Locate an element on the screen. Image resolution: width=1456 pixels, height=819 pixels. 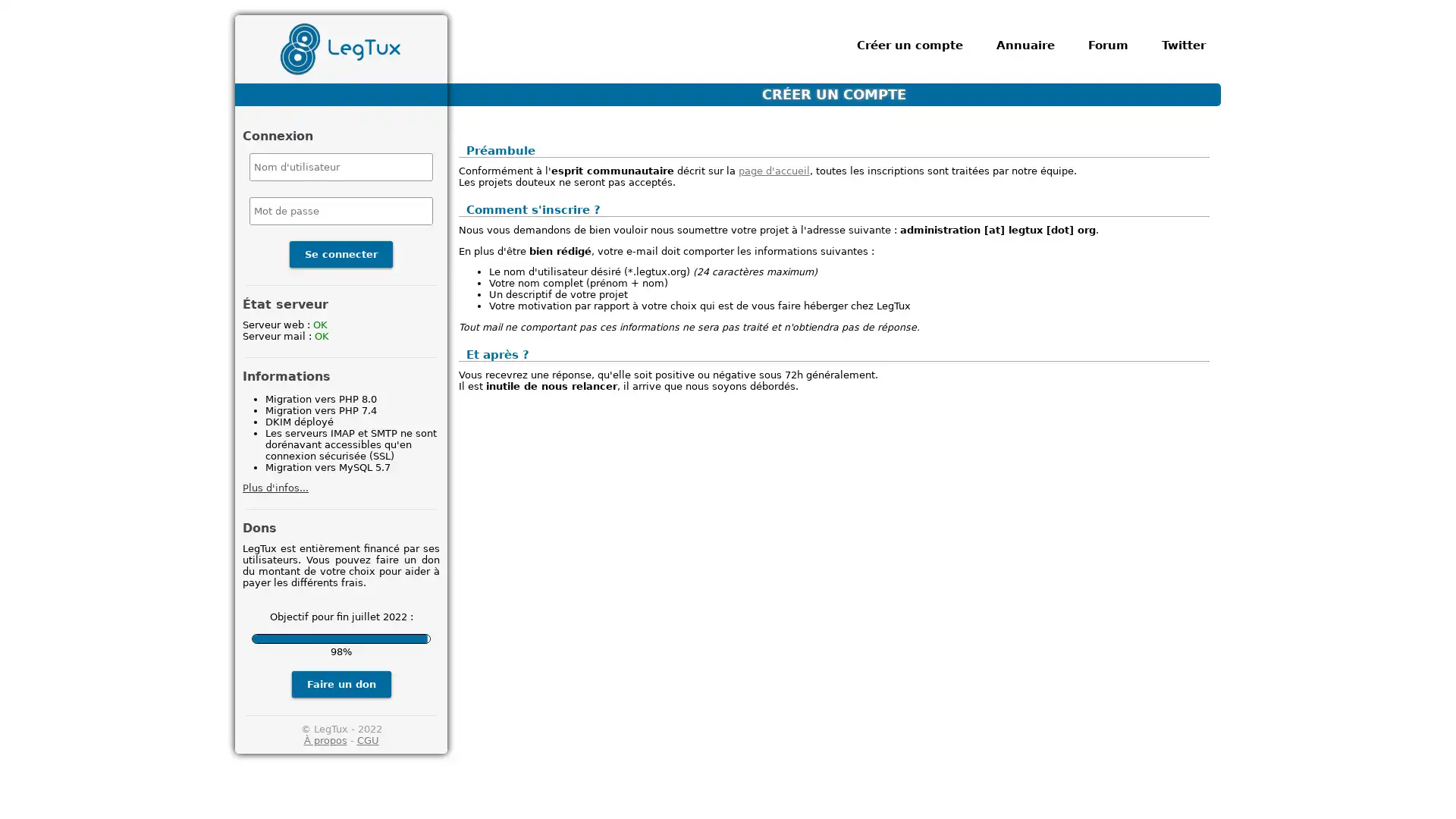
Se connecter is located at coordinates (340, 253).